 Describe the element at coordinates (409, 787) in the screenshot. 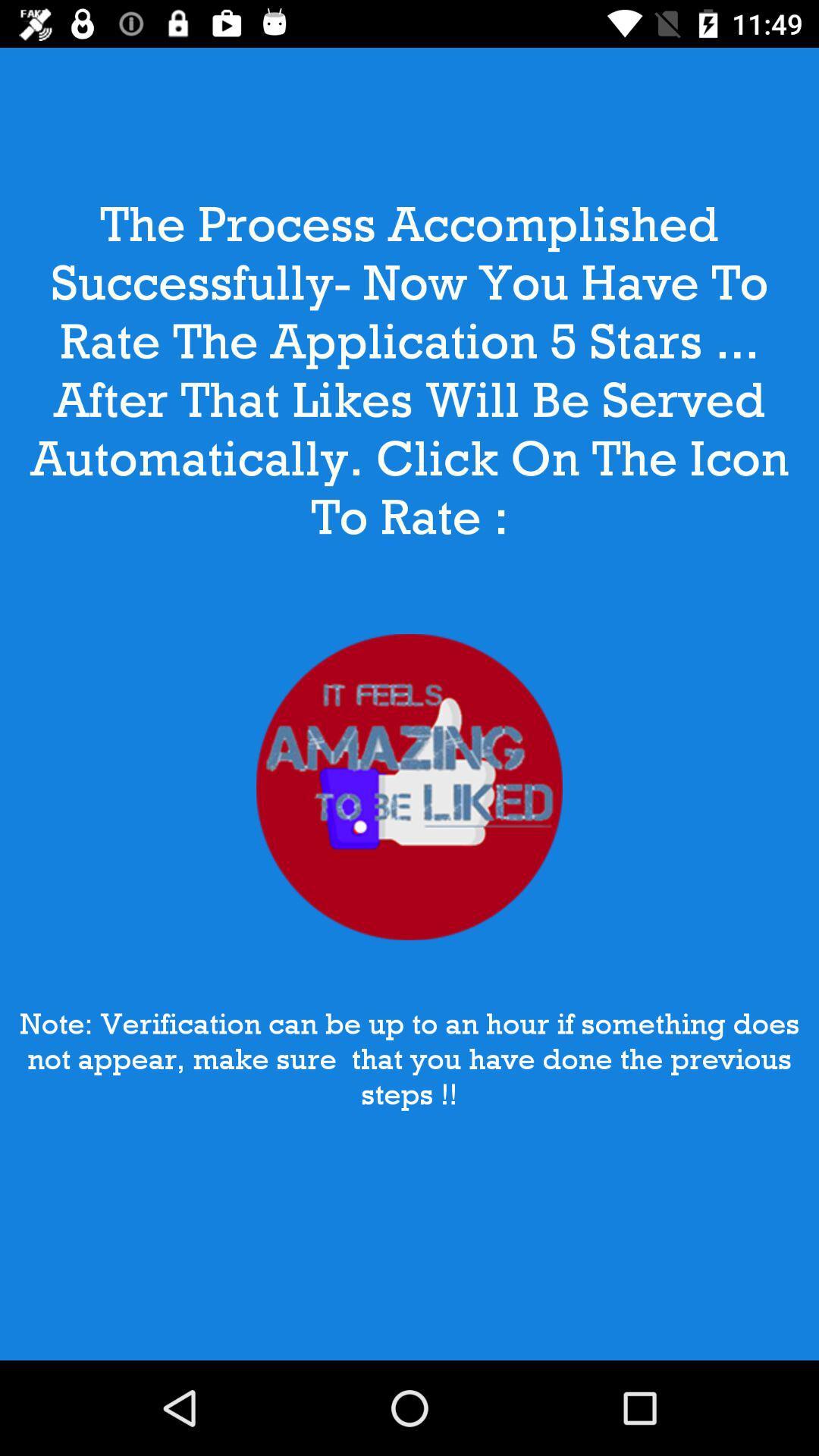

I see `rate icon` at that location.